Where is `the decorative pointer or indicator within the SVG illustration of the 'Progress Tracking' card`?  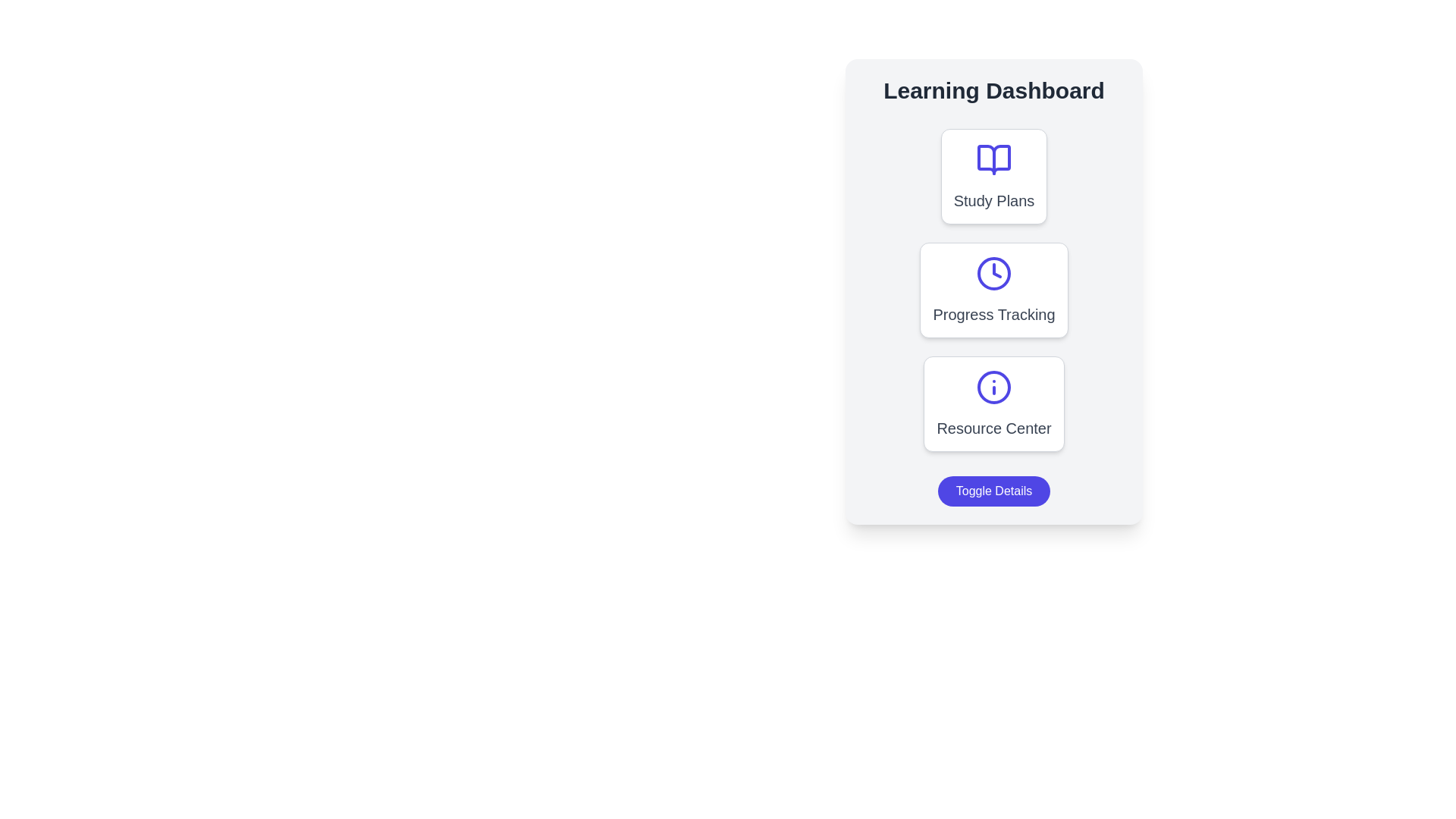
the decorative pointer or indicator within the SVG illustration of the 'Progress Tracking' card is located at coordinates (997, 270).